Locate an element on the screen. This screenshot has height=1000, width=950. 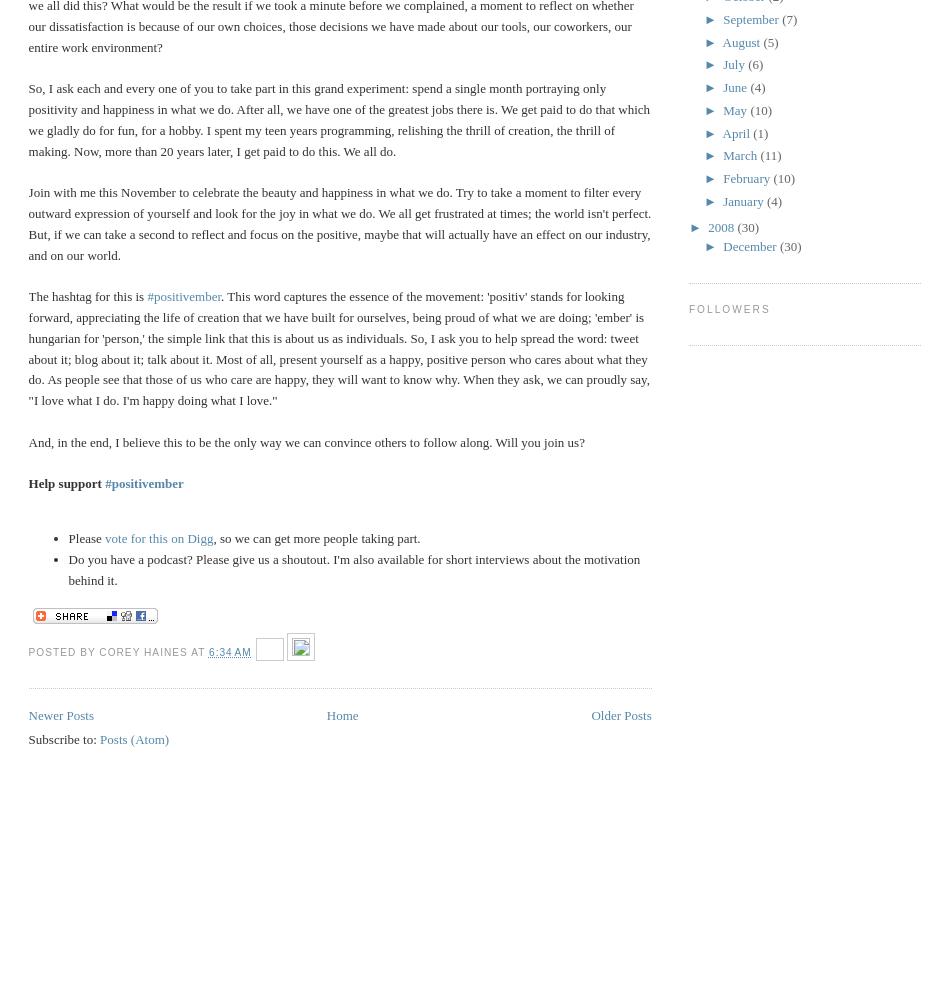
'Home' is located at coordinates (325, 714).